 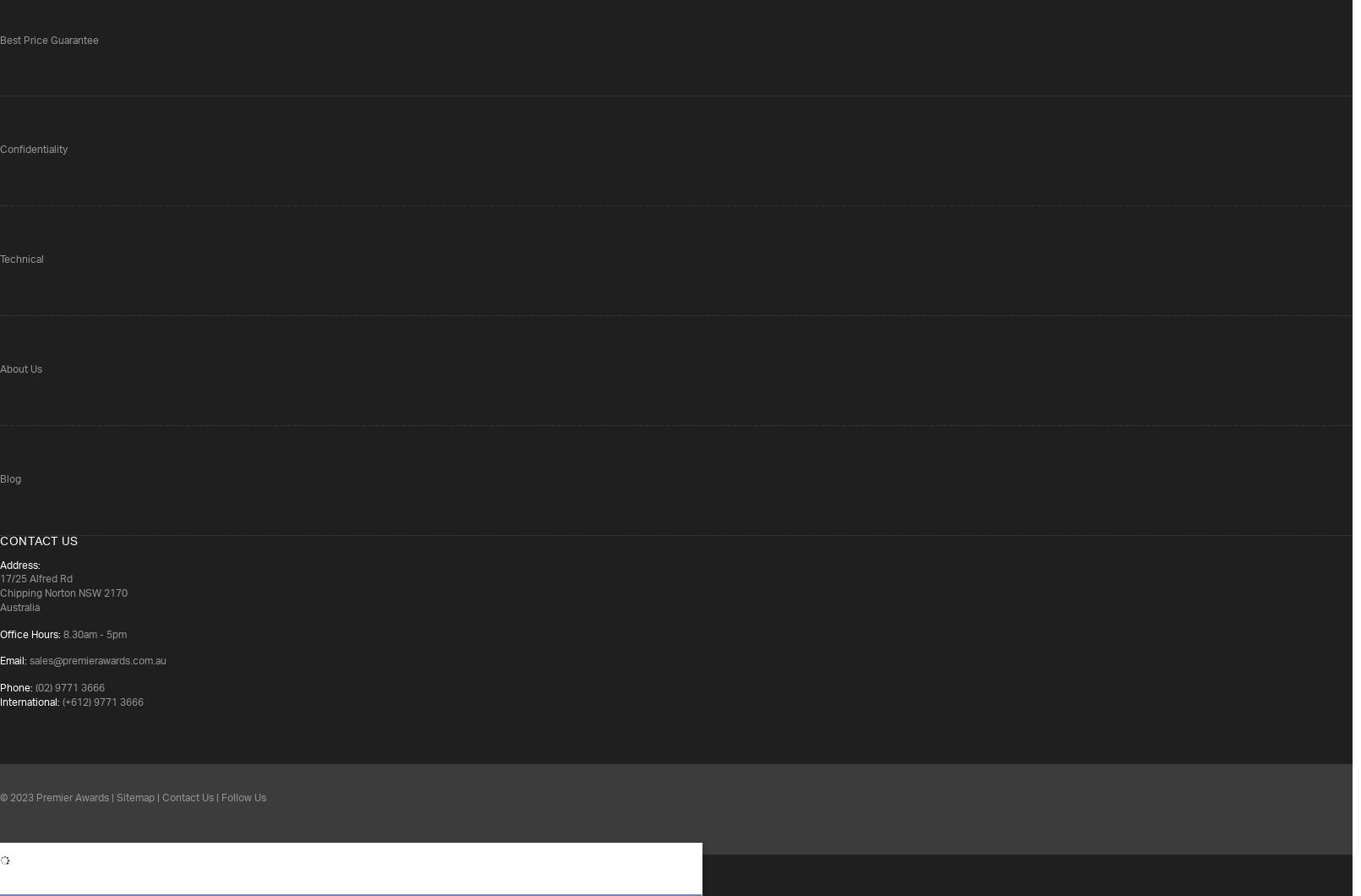 What do you see at coordinates (101, 702) in the screenshot?
I see `'(+612) 9771 3666'` at bounding box center [101, 702].